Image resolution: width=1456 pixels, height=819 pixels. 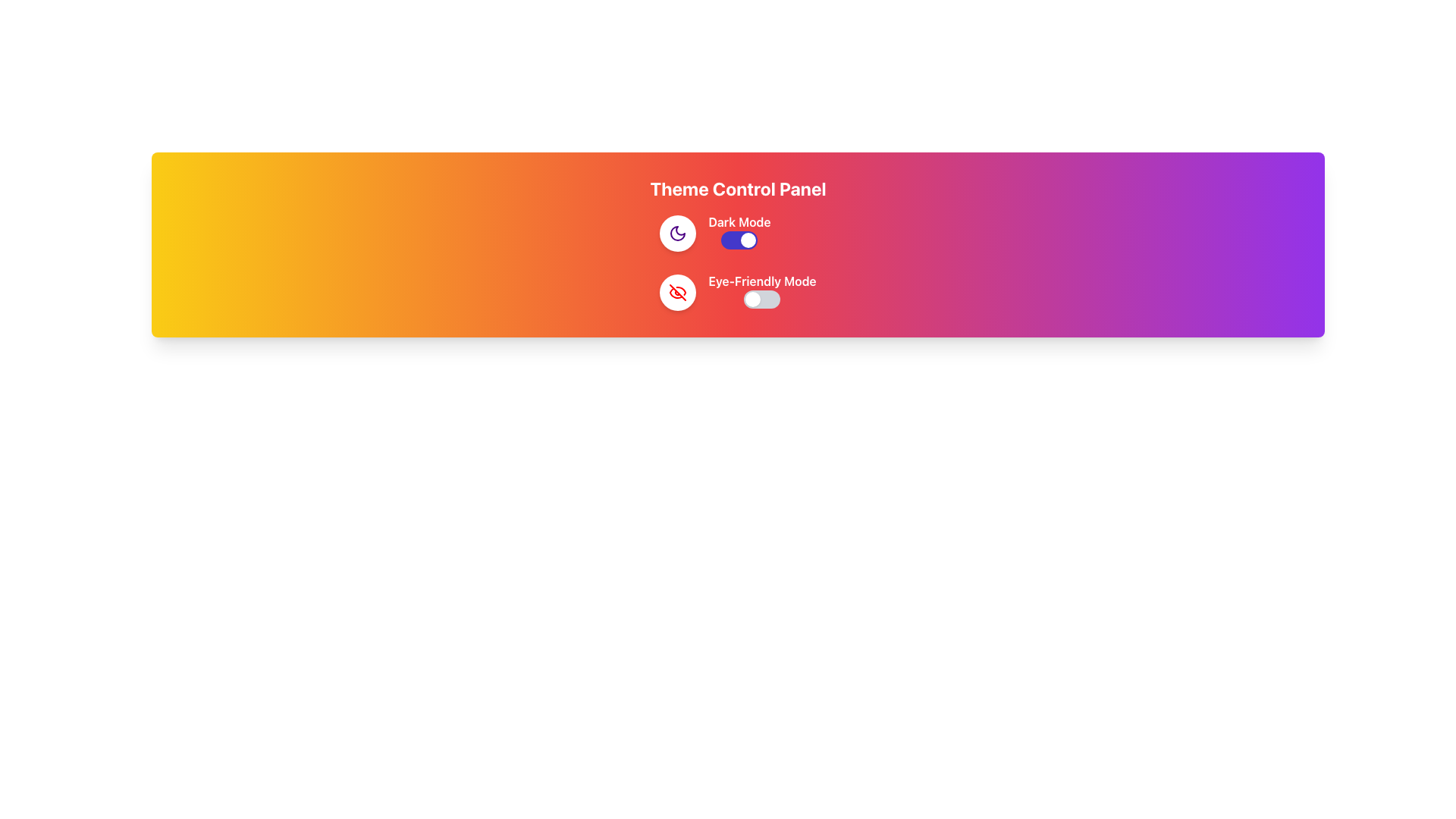 I want to click on the 'Eye-Friendly Mode' toggle switch, so click(x=762, y=292).